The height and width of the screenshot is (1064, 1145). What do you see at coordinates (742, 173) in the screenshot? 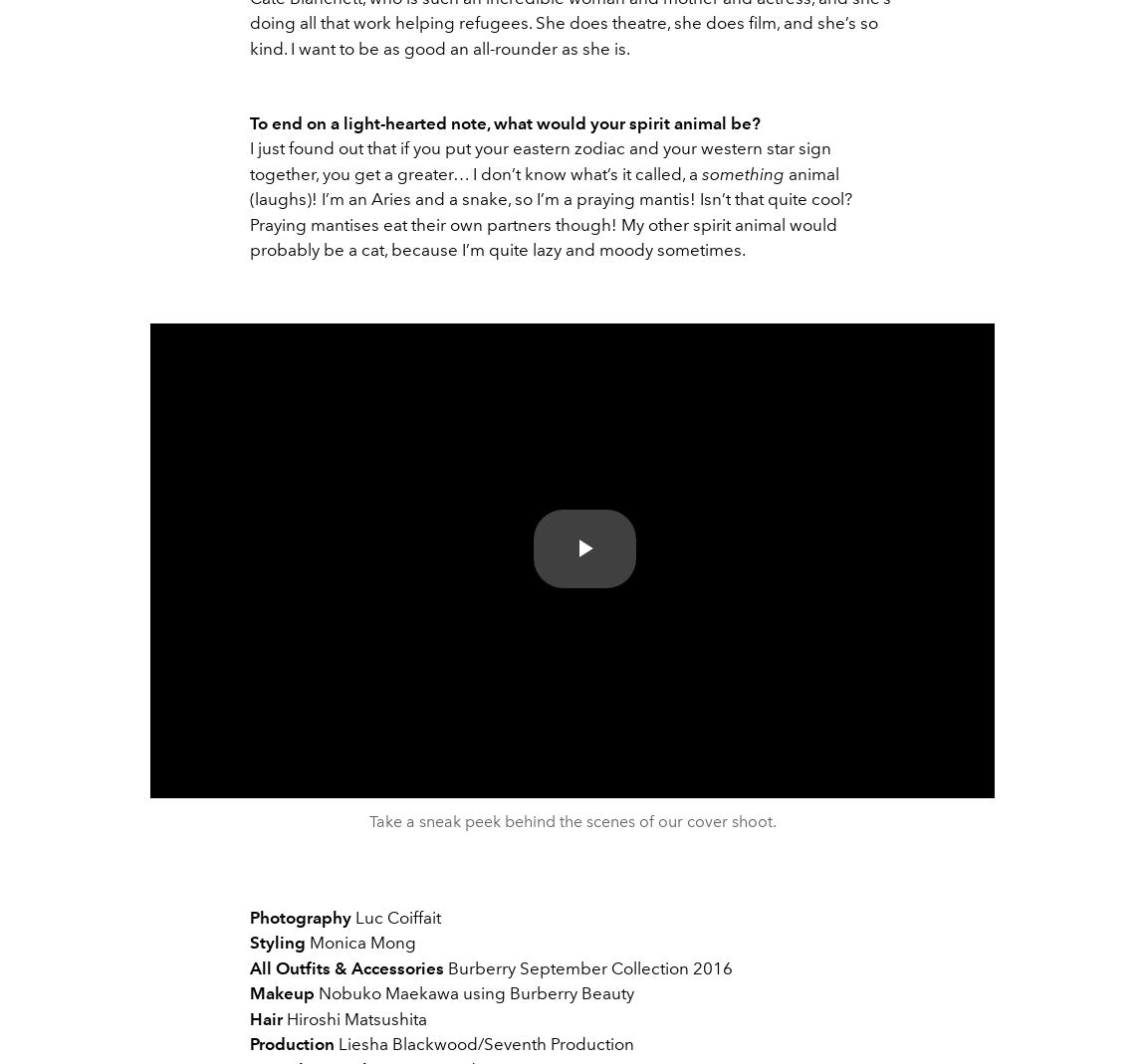
I see `'something'` at bounding box center [742, 173].